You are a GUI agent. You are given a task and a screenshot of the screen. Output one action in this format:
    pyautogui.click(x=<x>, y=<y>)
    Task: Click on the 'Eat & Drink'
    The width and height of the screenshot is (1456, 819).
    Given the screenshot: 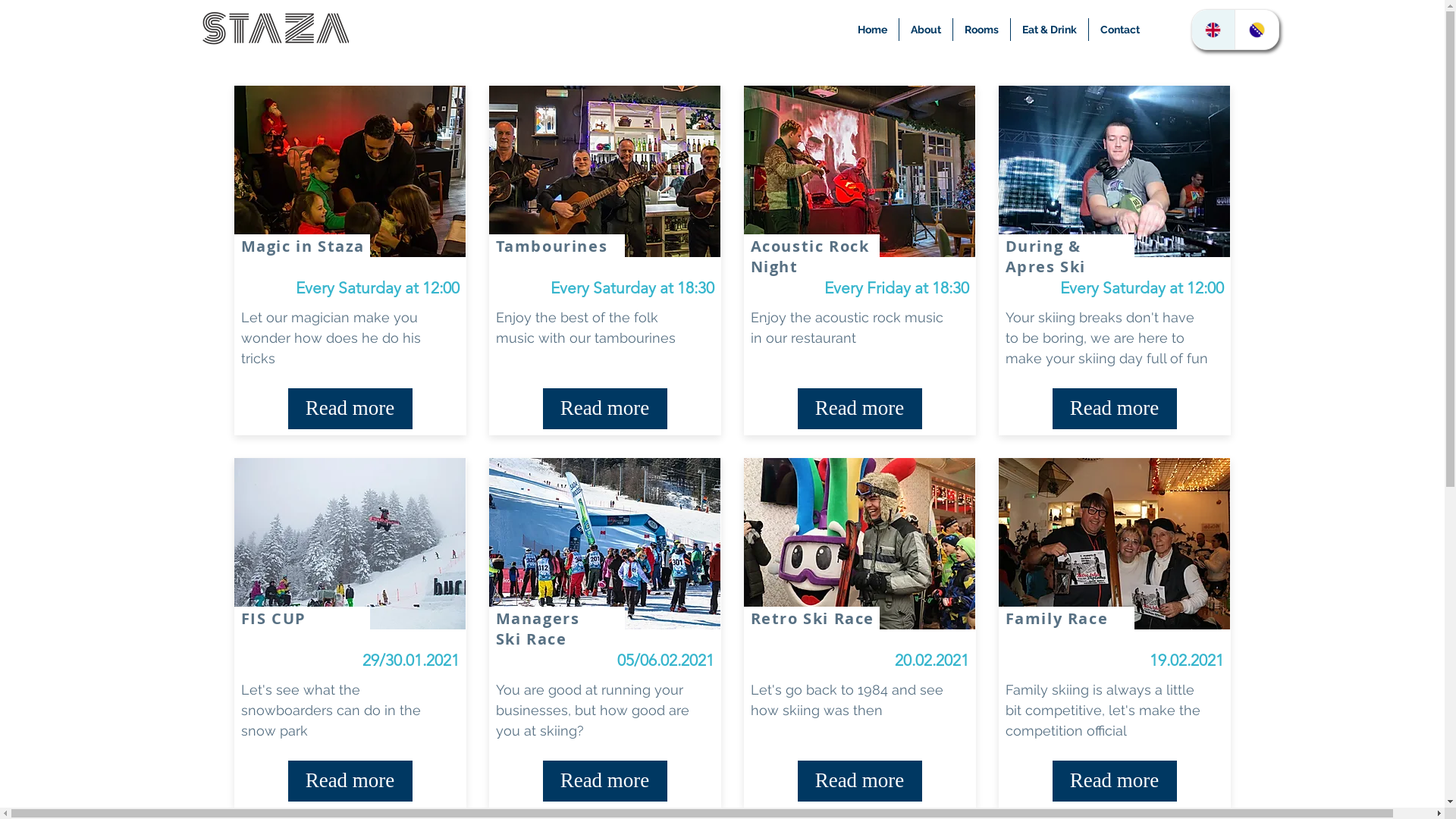 What is the action you would take?
    pyautogui.click(x=1047, y=29)
    